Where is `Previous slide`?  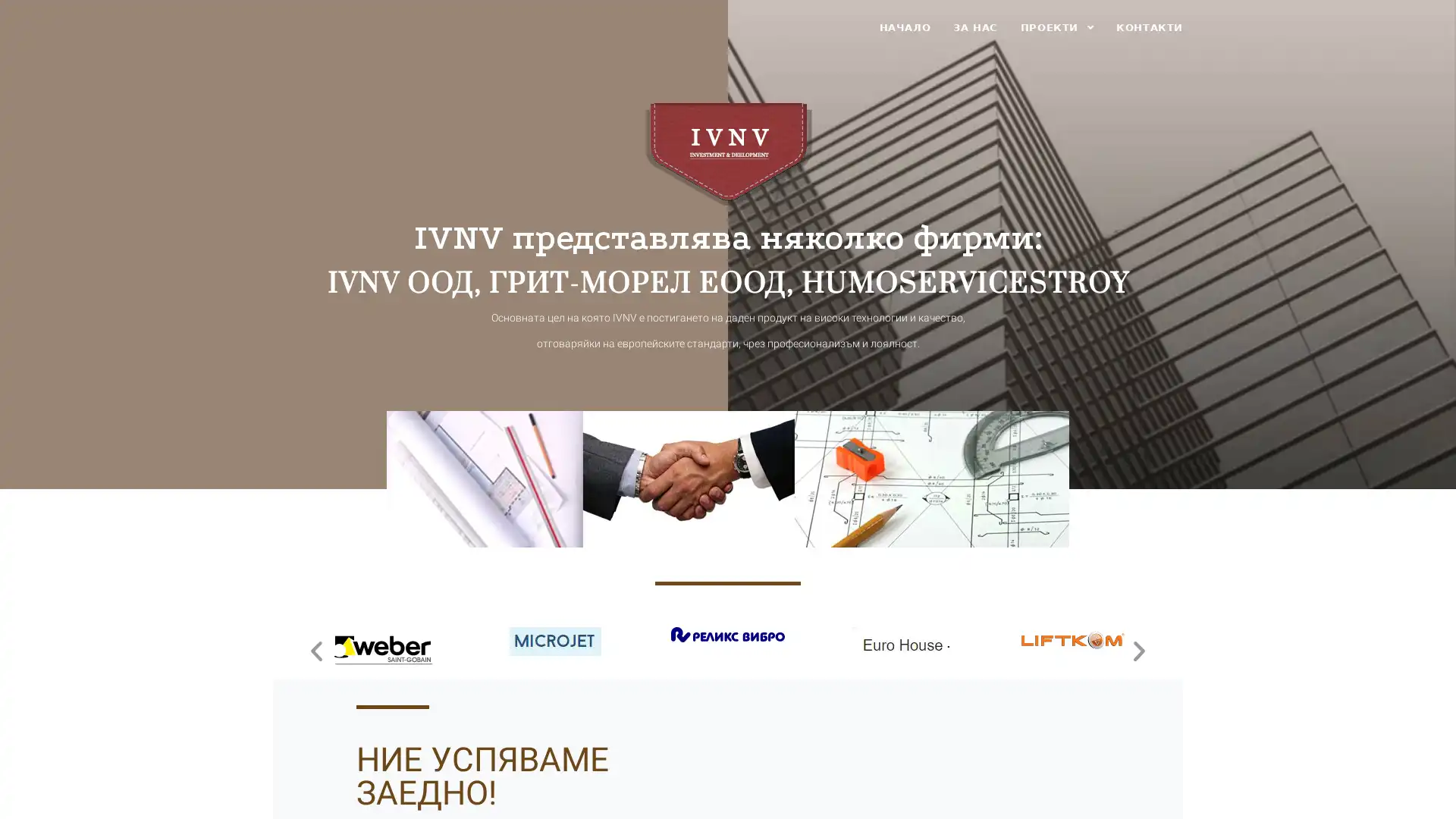 Previous slide is located at coordinates (315, 649).